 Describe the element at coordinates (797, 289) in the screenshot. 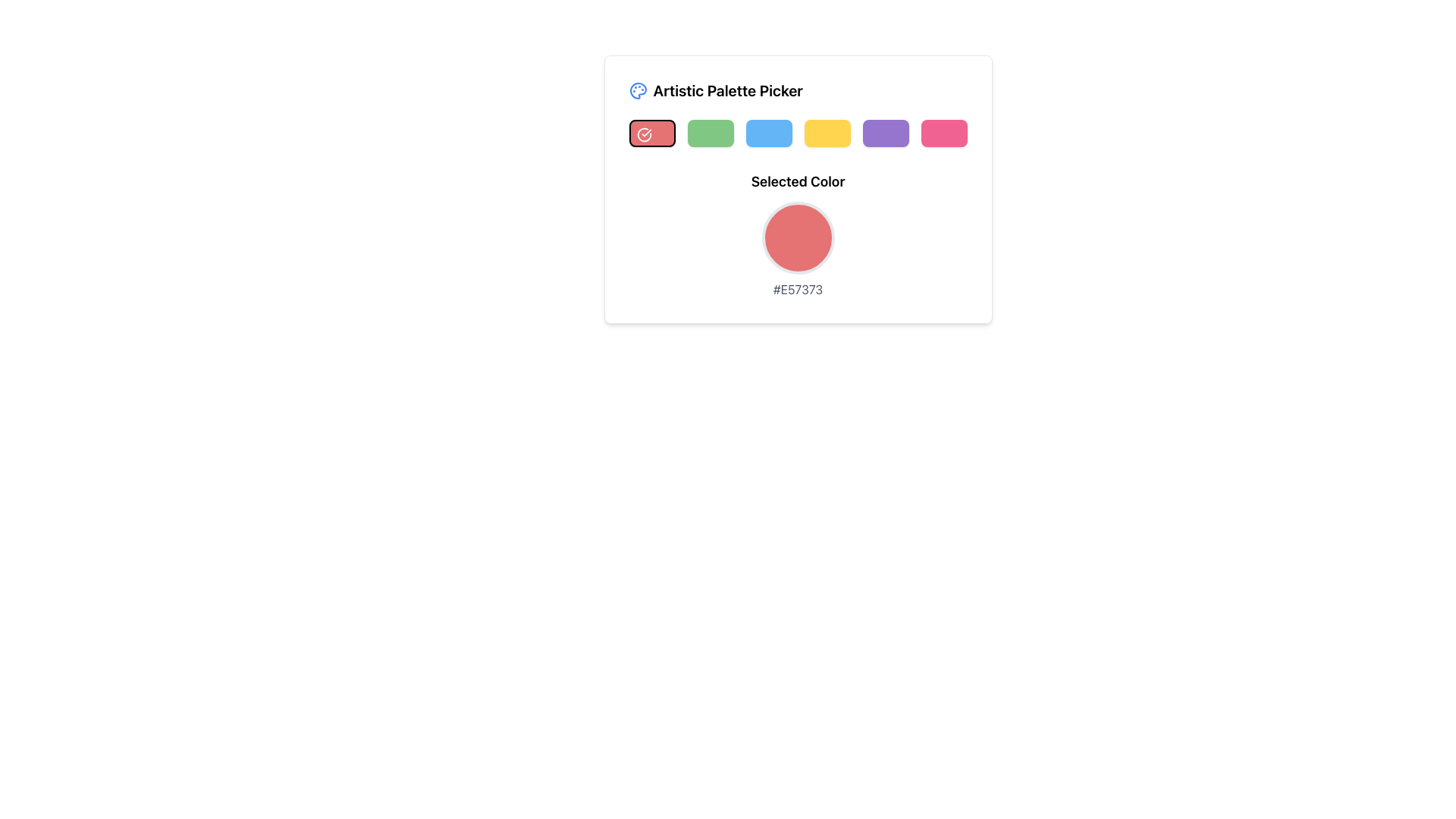

I see `hex color code displayed in the Text Display located directly below the circular color preview and beneath the text 'Selected Color'` at that location.